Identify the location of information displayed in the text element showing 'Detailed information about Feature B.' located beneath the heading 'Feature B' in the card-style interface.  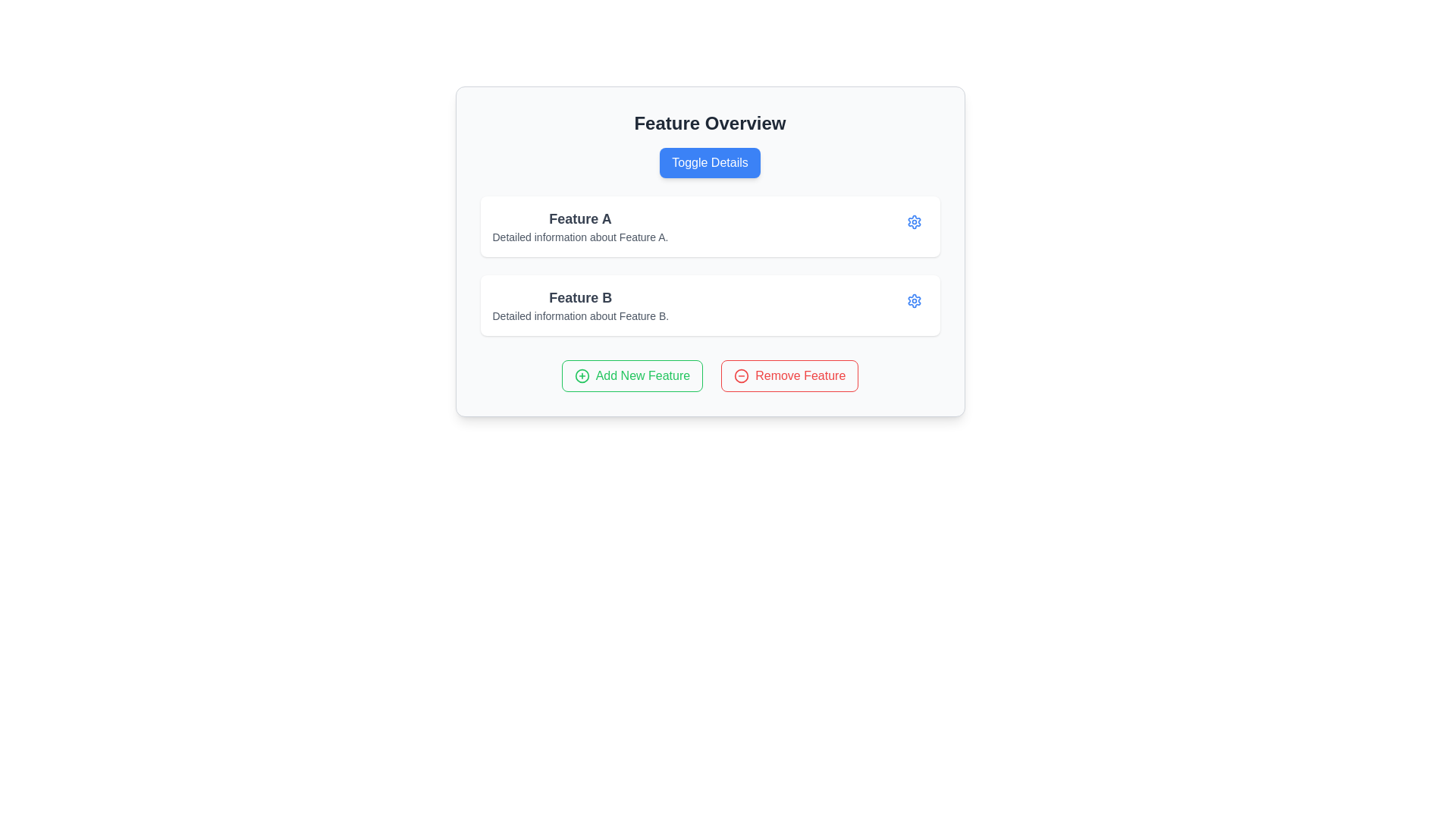
(579, 315).